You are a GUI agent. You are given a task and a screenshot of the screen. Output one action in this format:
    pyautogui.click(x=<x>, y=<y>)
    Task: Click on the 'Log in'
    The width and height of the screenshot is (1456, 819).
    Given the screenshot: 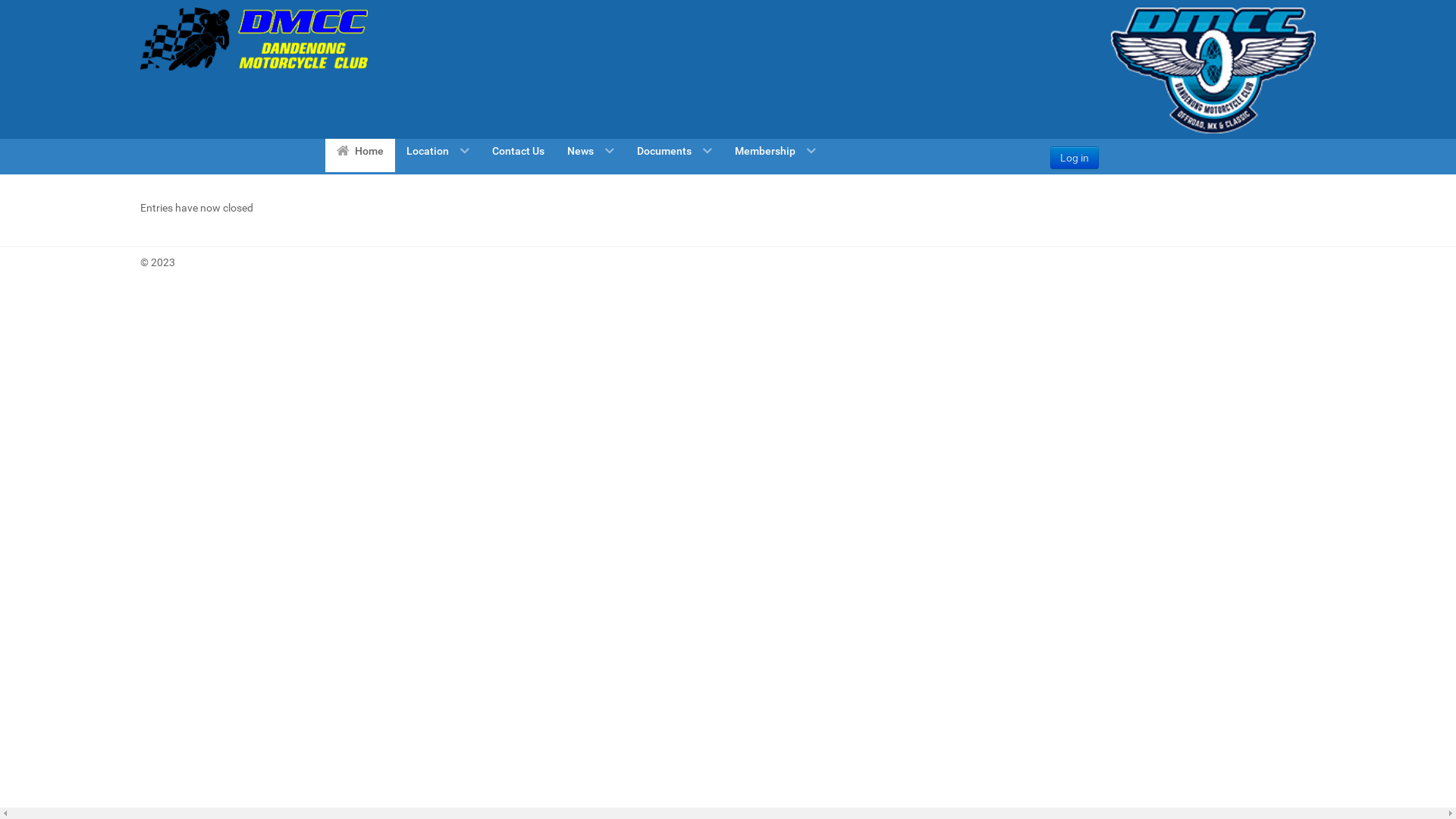 What is the action you would take?
    pyautogui.click(x=1073, y=158)
    